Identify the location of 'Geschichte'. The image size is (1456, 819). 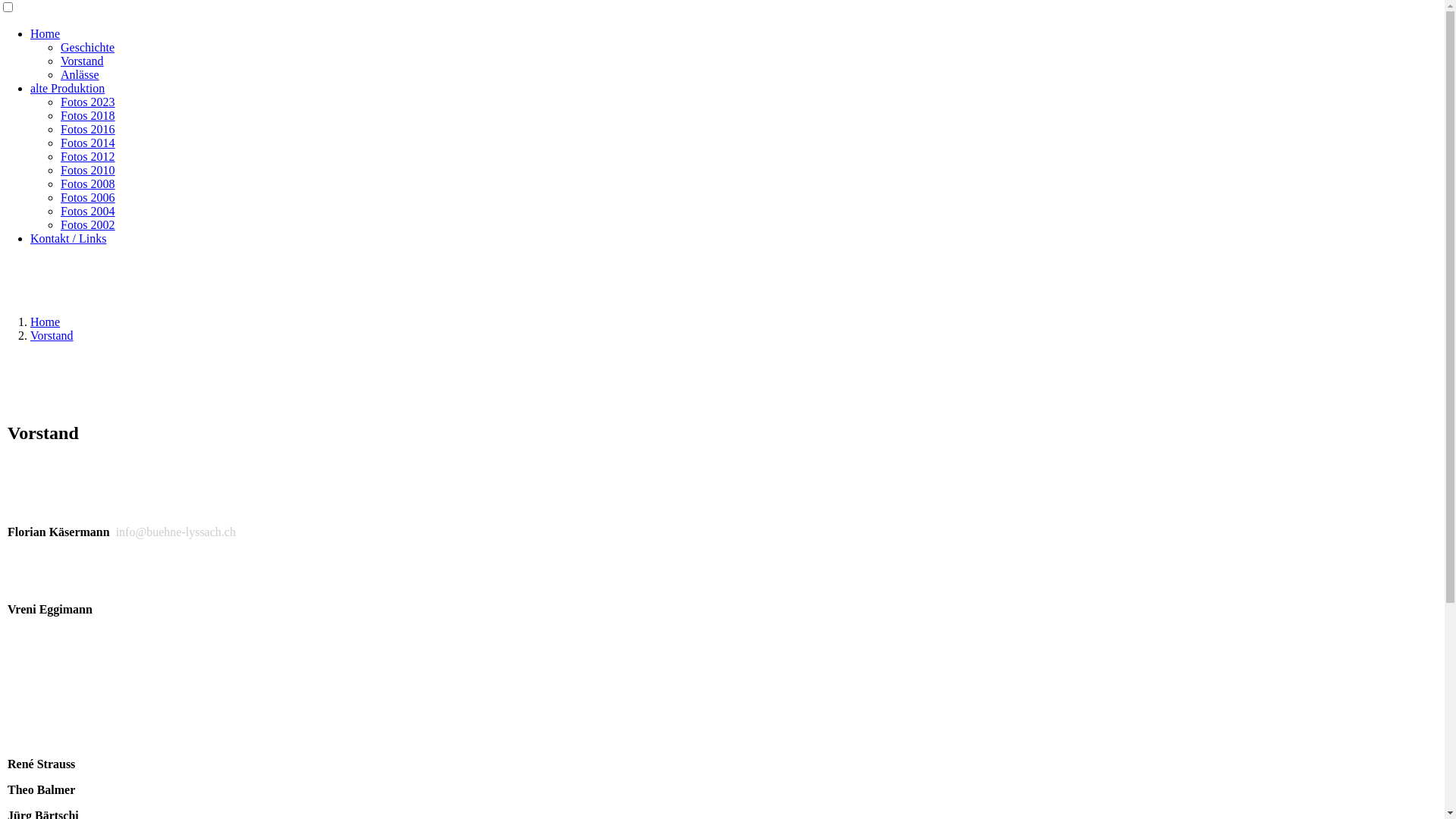
(86, 46).